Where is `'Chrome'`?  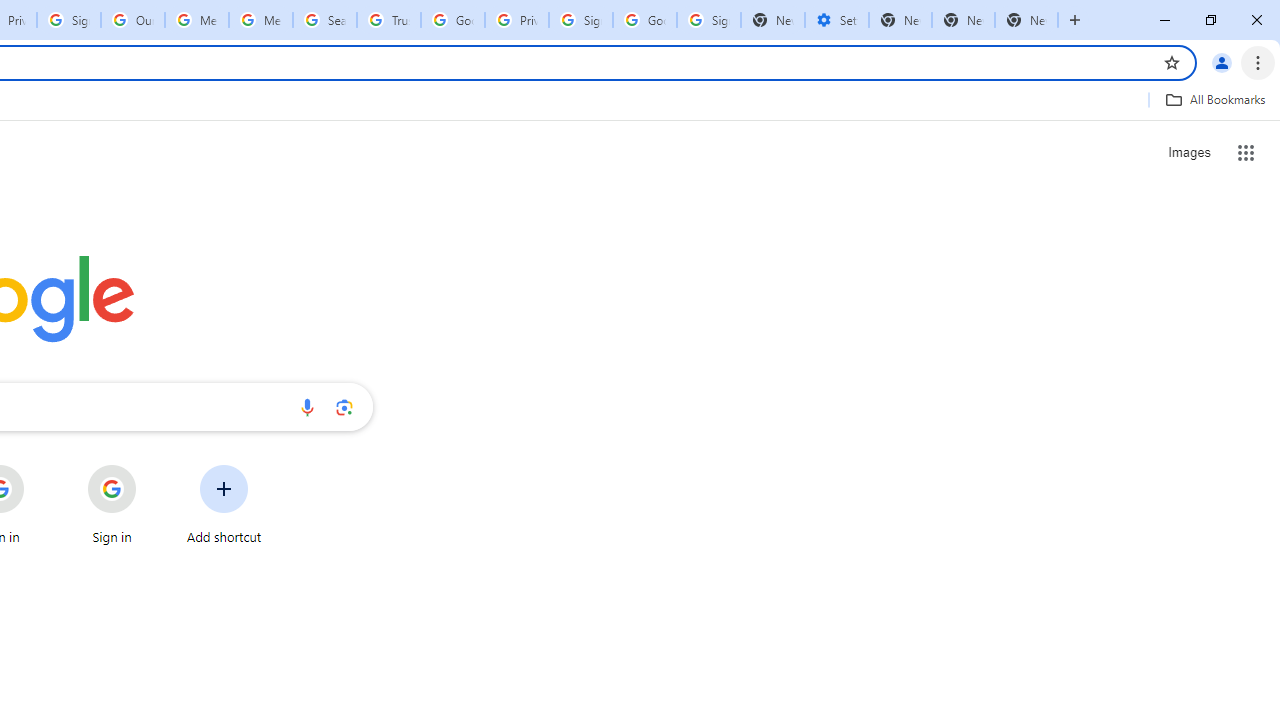 'Chrome' is located at coordinates (1259, 61).